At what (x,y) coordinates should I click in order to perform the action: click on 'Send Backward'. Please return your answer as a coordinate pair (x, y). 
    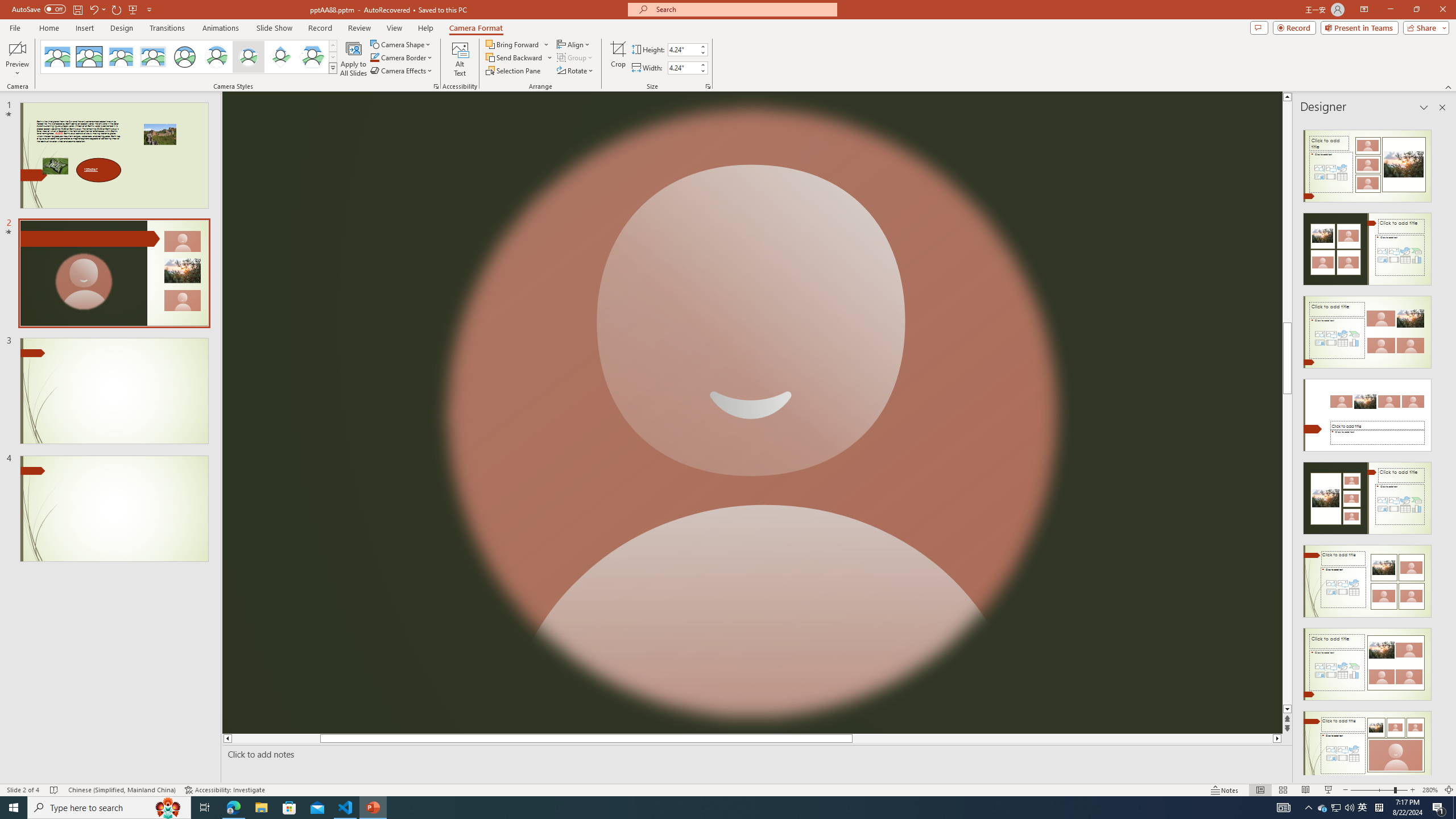
    Looking at the image, I should click on (514, 56).